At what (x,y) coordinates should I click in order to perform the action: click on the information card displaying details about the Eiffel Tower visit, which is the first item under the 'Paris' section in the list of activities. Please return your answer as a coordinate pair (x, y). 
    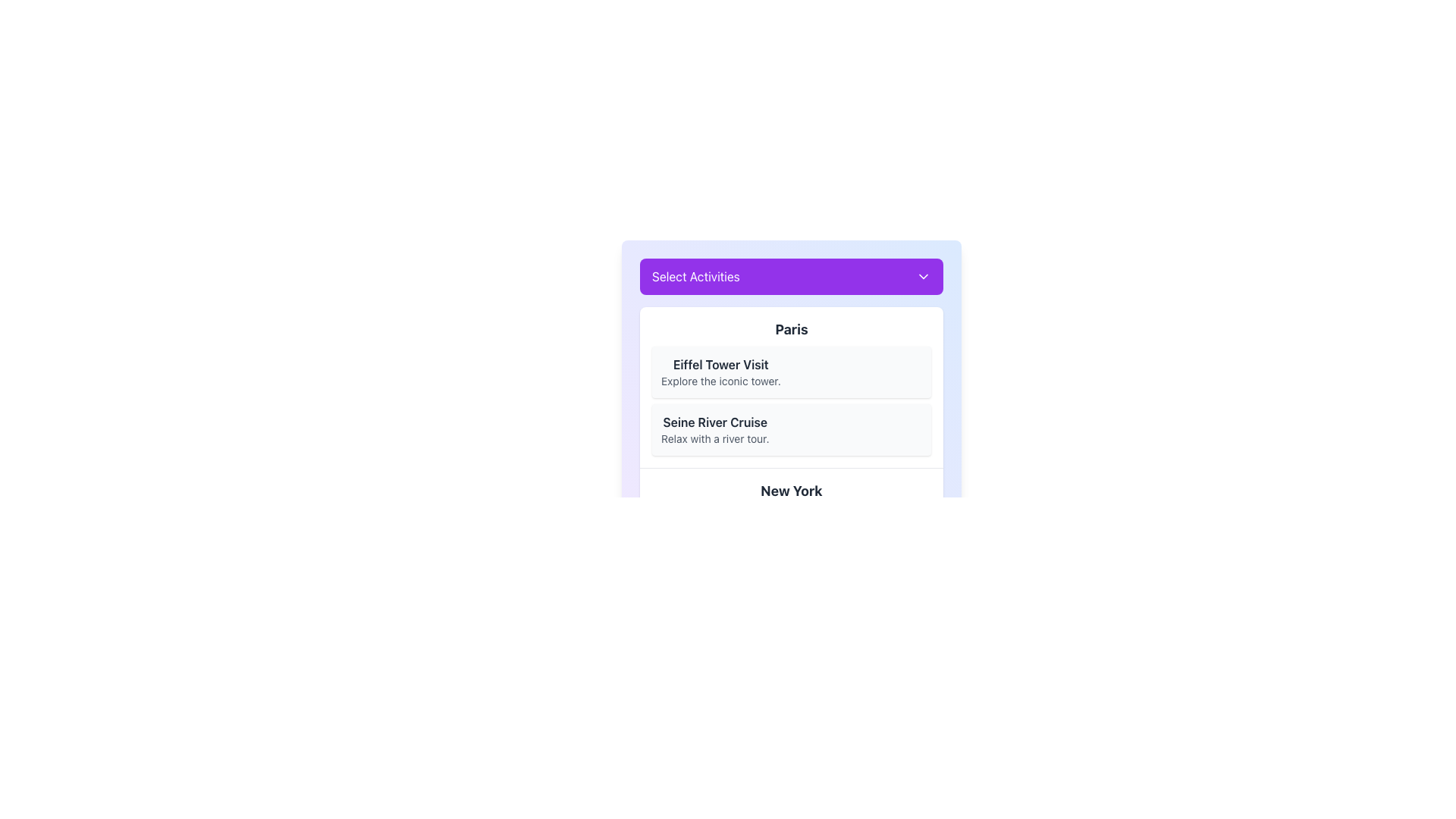
    Looking at the image, I should click on (790, 386).